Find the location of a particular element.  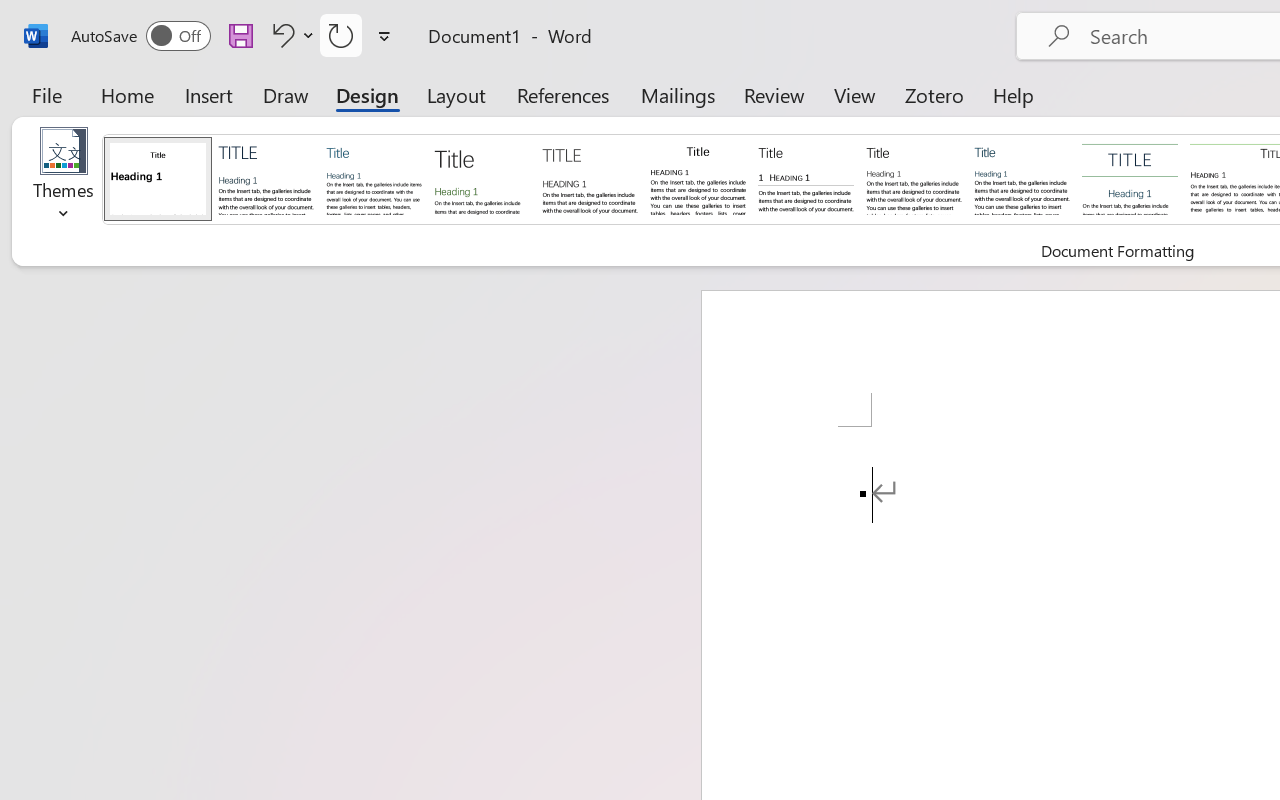

'Undo Style' is located at coordinates (289, 34).